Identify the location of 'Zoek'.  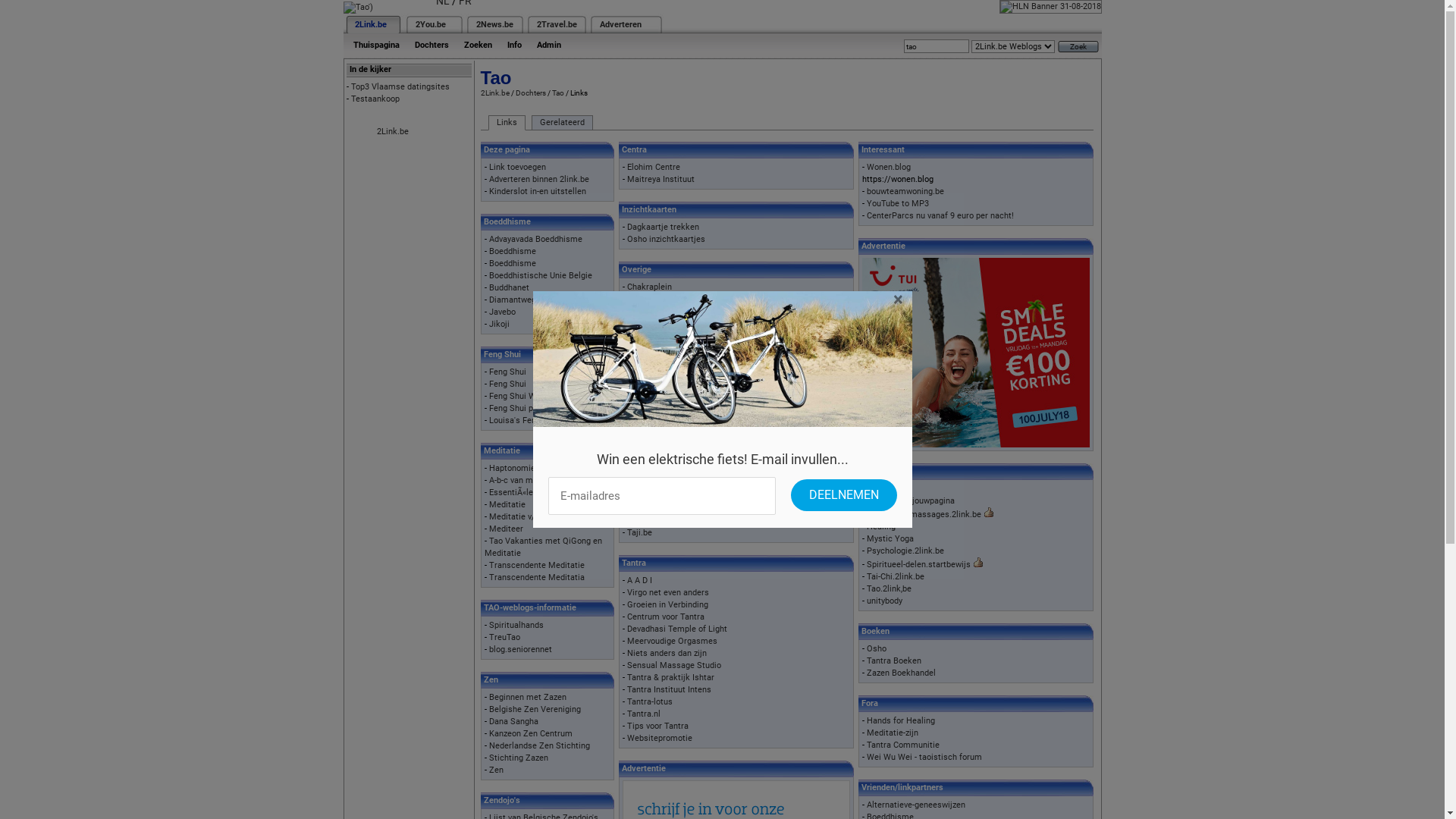
(1076, 45).